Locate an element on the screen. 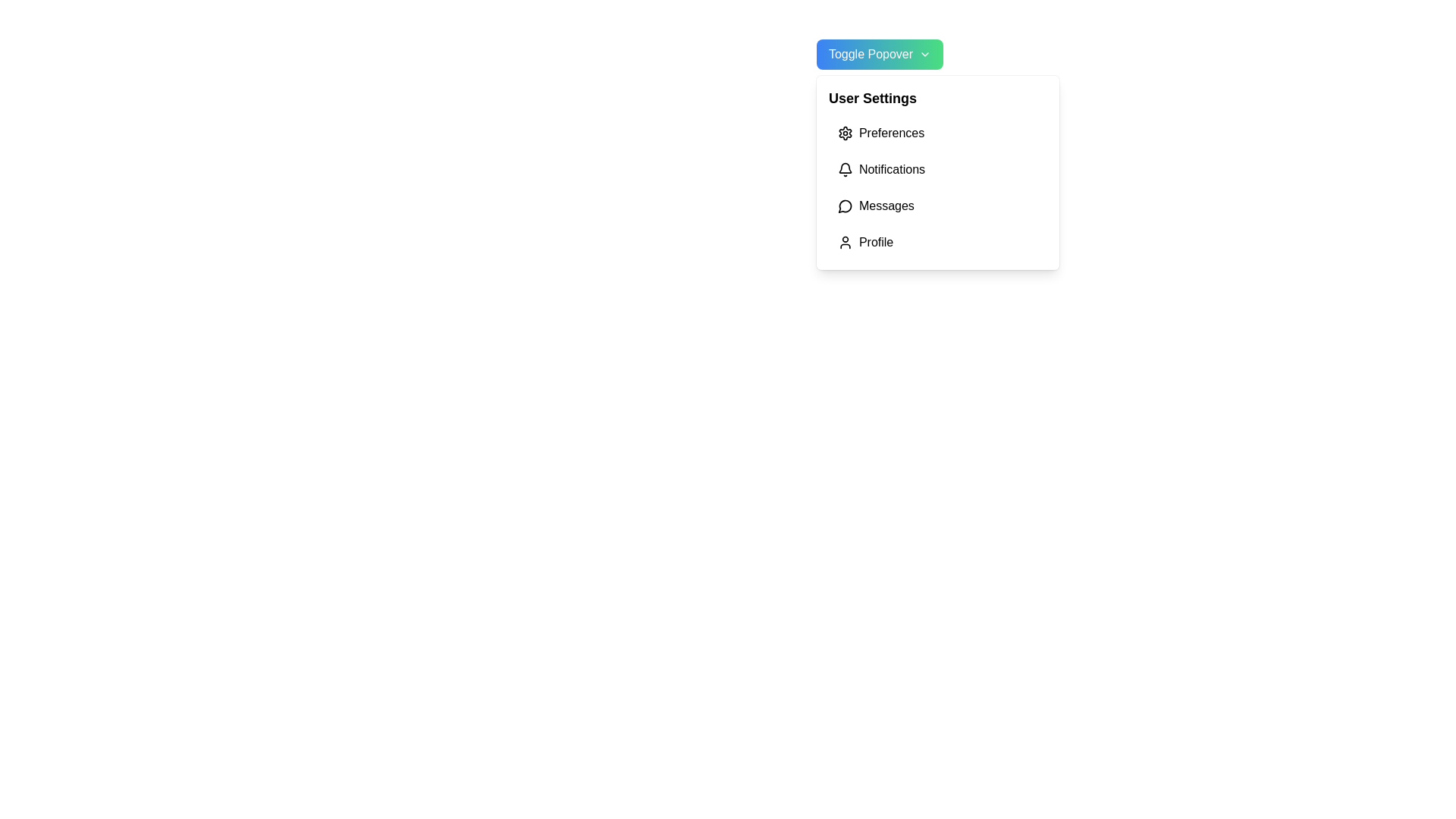 This screenshot has height=819, width=1456. the 'Messages' icon in the 'User Settings' dropdown menu, which visually represents the messaging functionality is located at coordinates (844, 206).